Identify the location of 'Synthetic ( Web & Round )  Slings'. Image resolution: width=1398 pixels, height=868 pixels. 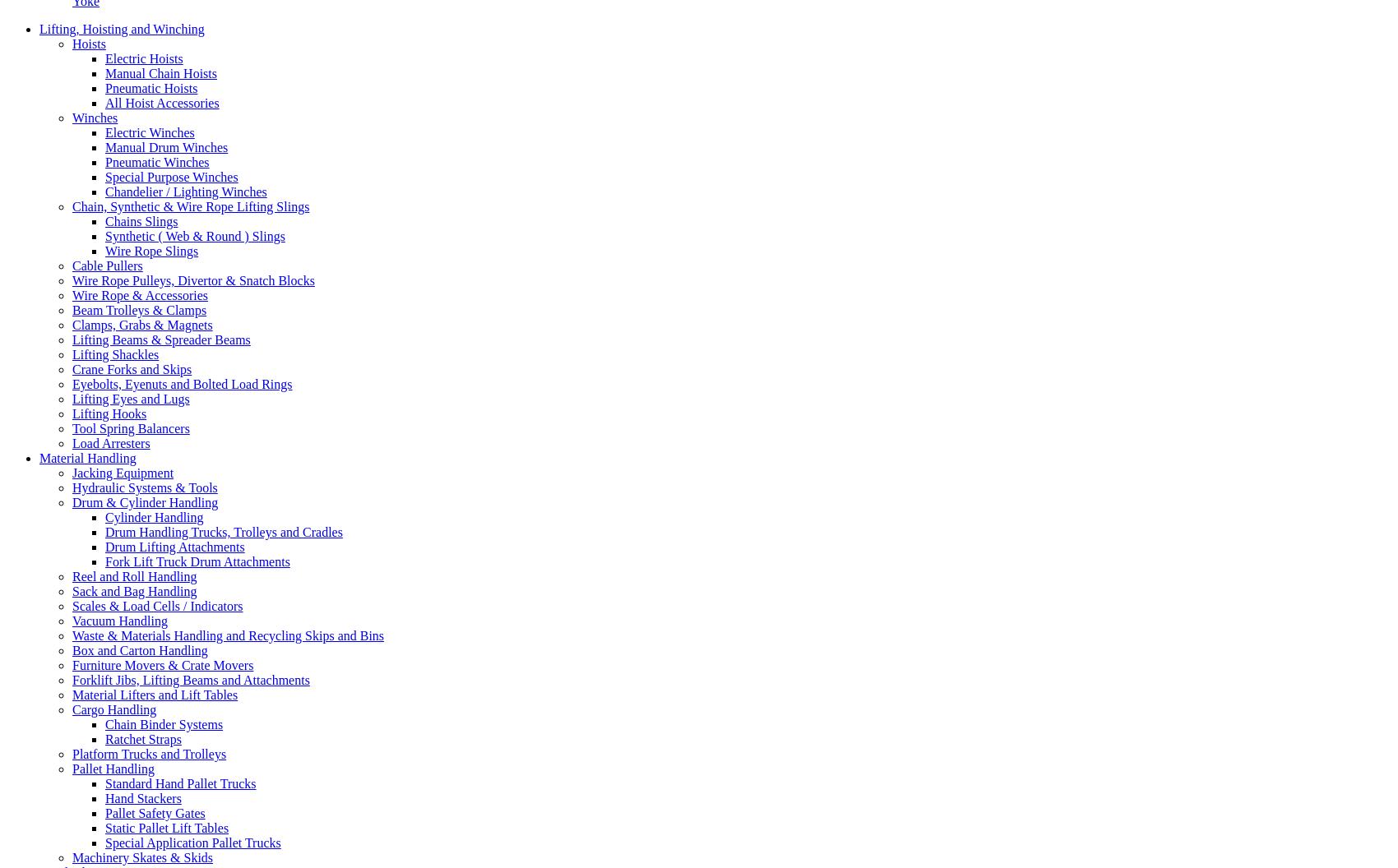
(104, 235).